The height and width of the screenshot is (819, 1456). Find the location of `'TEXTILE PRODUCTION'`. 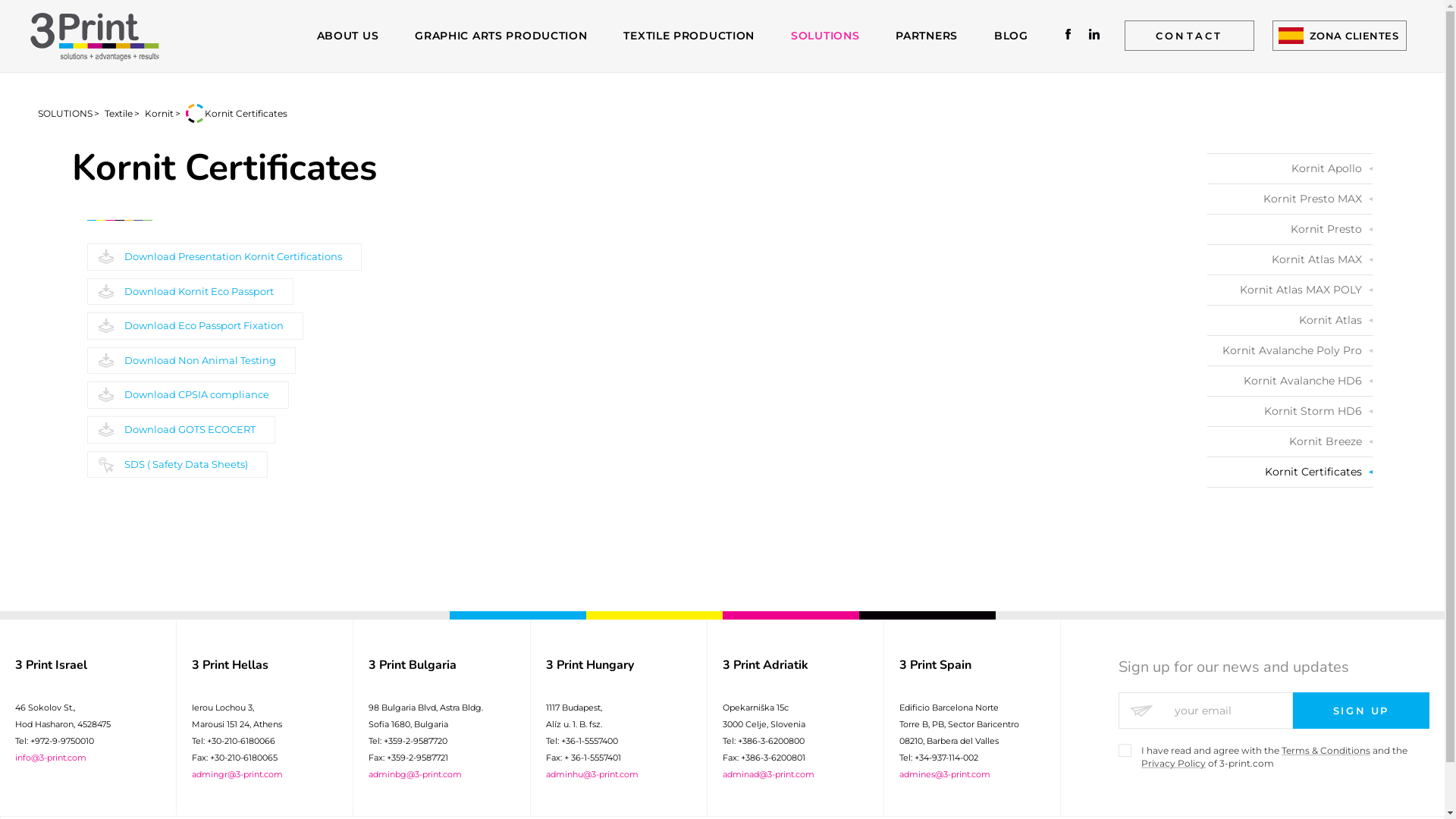

'TEXTILE PRODUCTION' is located at coordinates (688, 34).